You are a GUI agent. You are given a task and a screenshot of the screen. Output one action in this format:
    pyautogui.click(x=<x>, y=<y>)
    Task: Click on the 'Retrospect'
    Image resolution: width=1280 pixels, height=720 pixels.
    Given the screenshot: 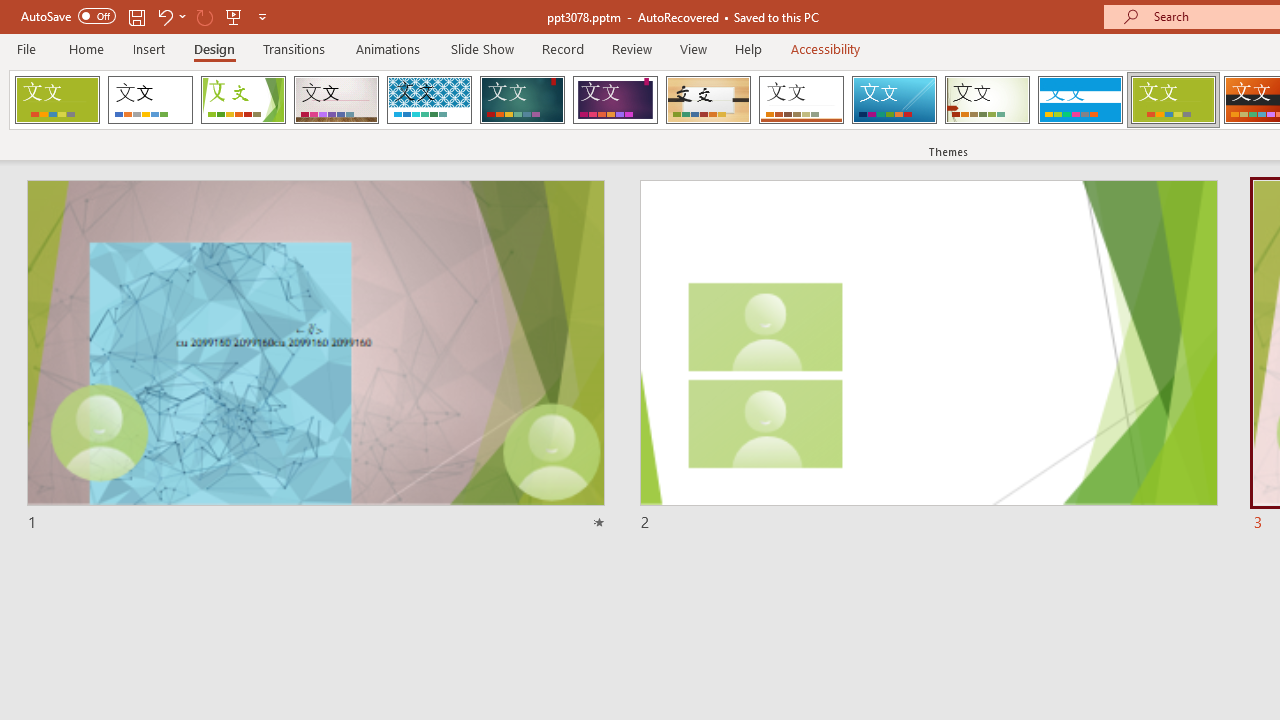 What is the action you would take?
    pyautogui.click(x=801, y=100)
    